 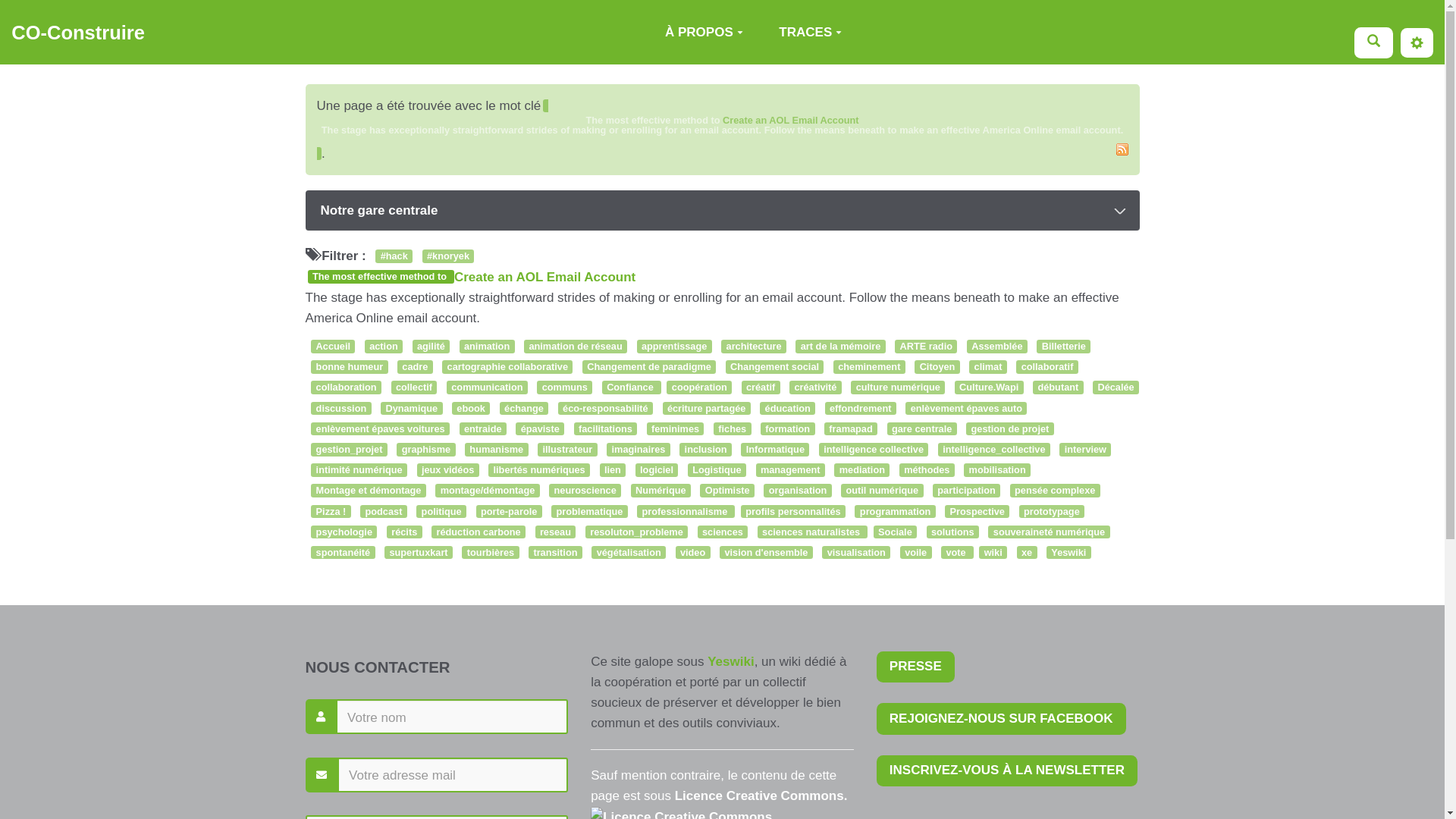 What do you see at coordinates (475, 512) in the screenshot?
I see `'porte-parole'` at bounding box center [475, 512].